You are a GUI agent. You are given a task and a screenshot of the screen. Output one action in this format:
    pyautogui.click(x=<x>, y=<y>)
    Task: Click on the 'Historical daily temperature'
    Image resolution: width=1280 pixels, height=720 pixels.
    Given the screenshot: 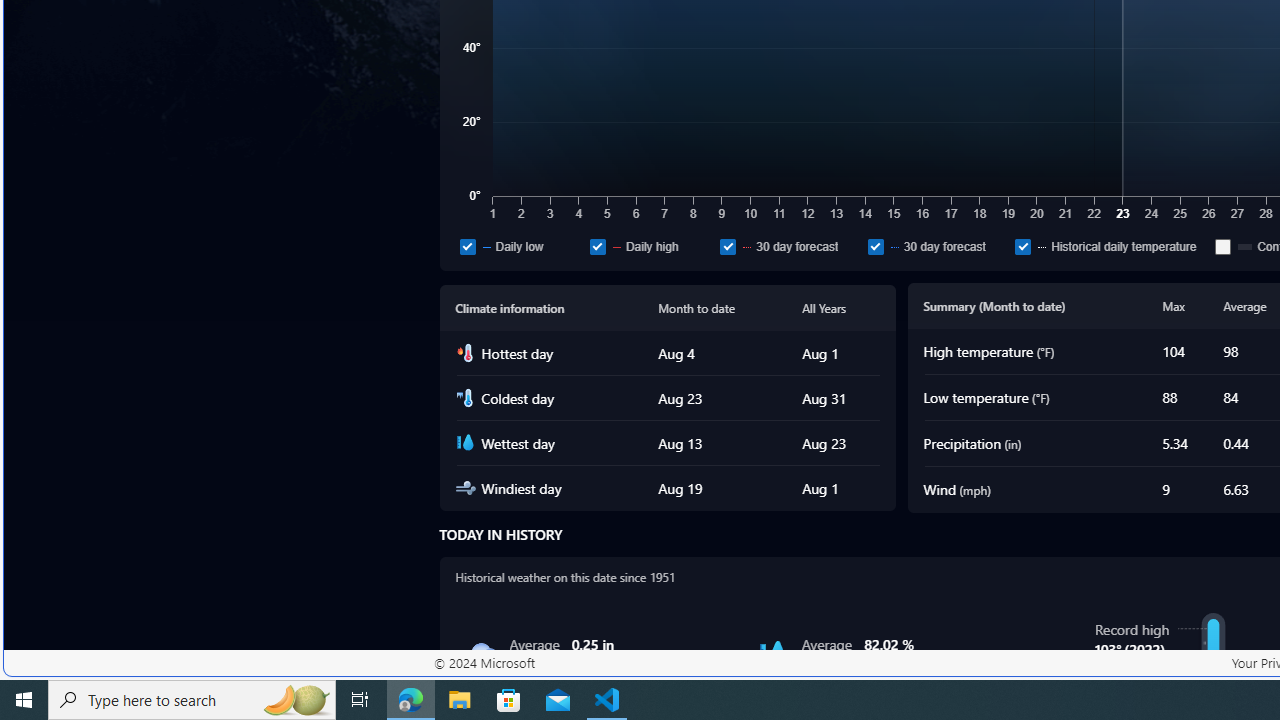 What is the action you would take?
    pyautogui.click(x=1110, y=245)
    